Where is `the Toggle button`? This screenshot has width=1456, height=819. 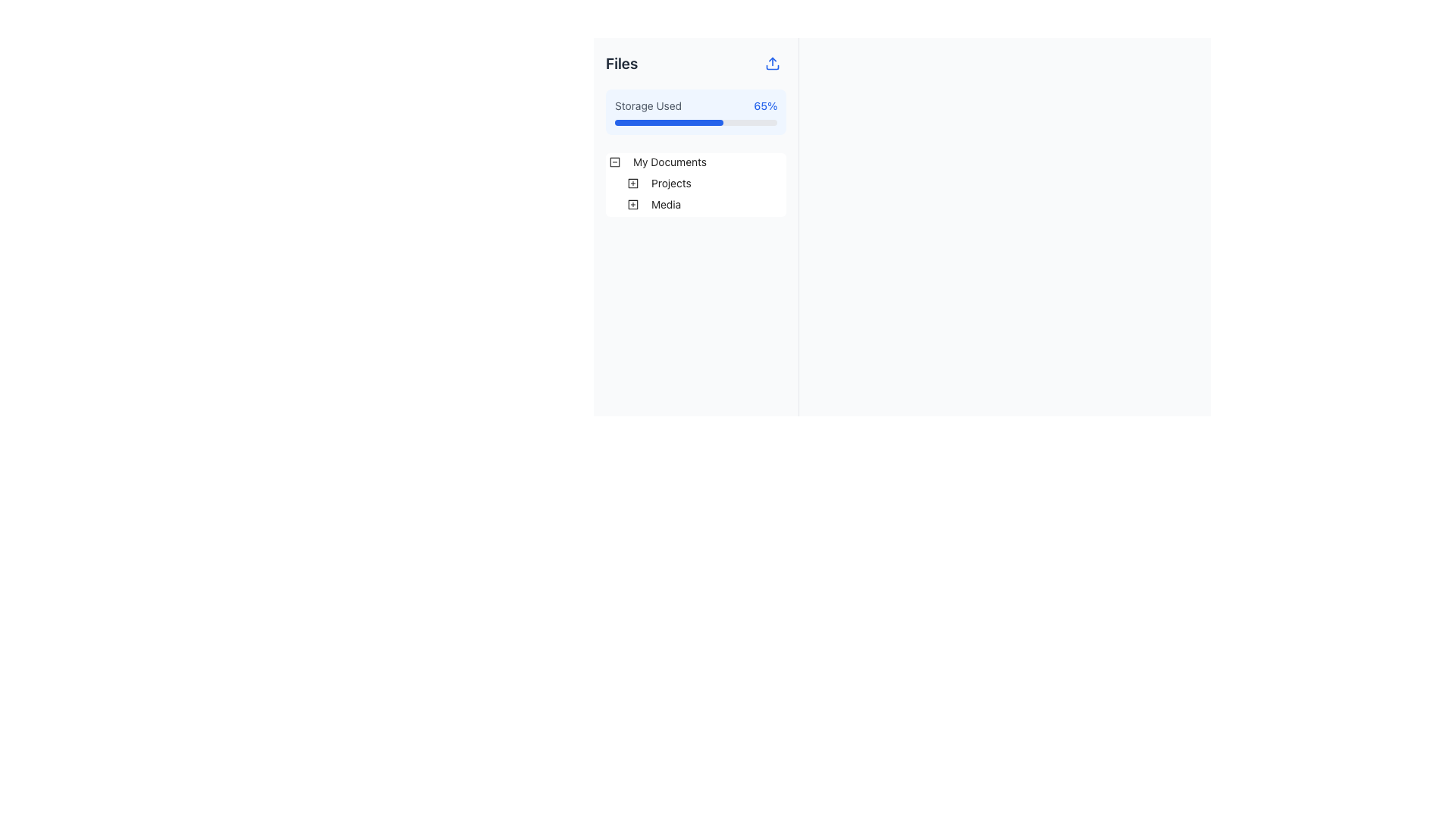
the Toggle button is located at coordinates (633, 205).